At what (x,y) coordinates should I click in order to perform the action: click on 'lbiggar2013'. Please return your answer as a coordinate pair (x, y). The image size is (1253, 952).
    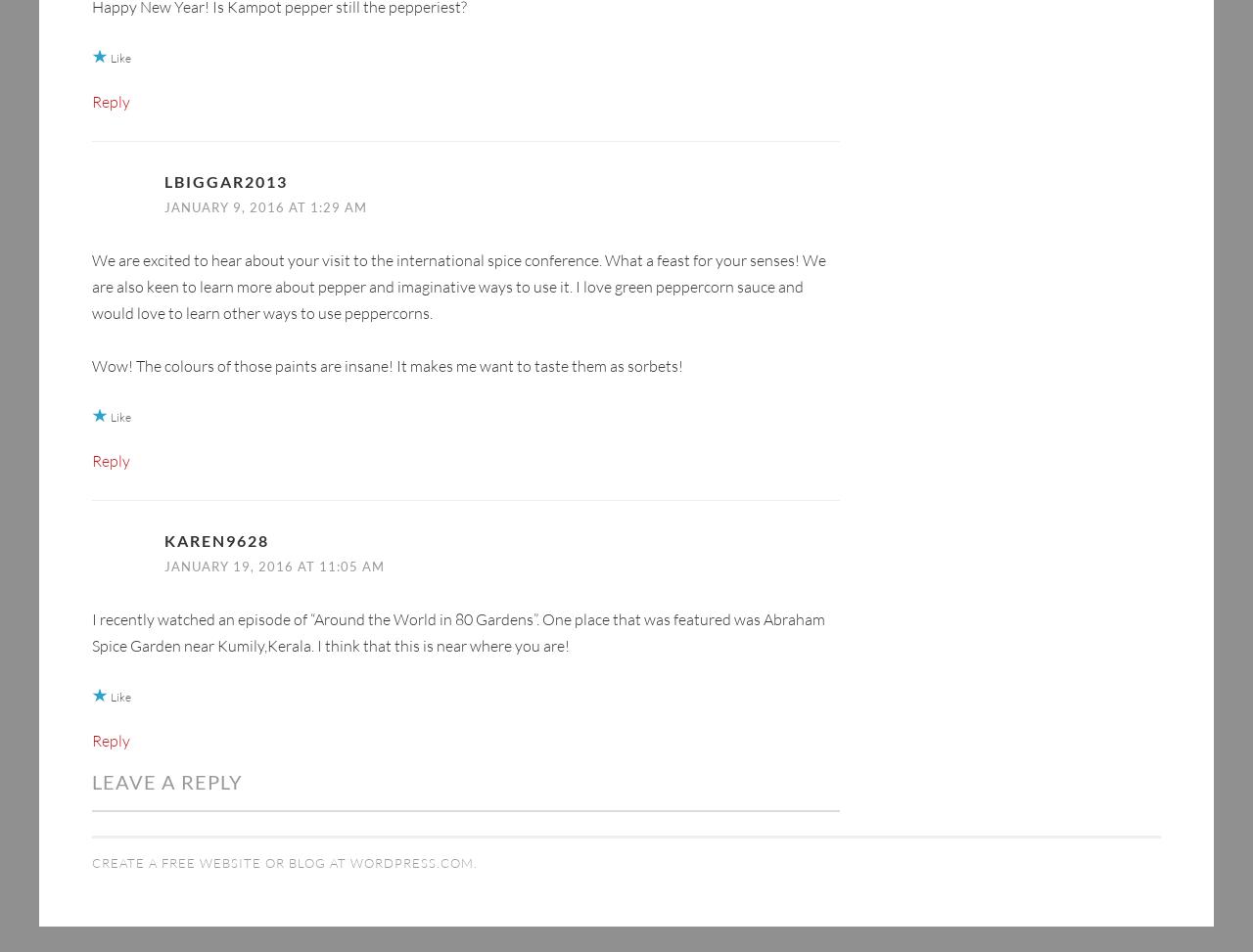
    Looking at the image, I should click on (226, 149).